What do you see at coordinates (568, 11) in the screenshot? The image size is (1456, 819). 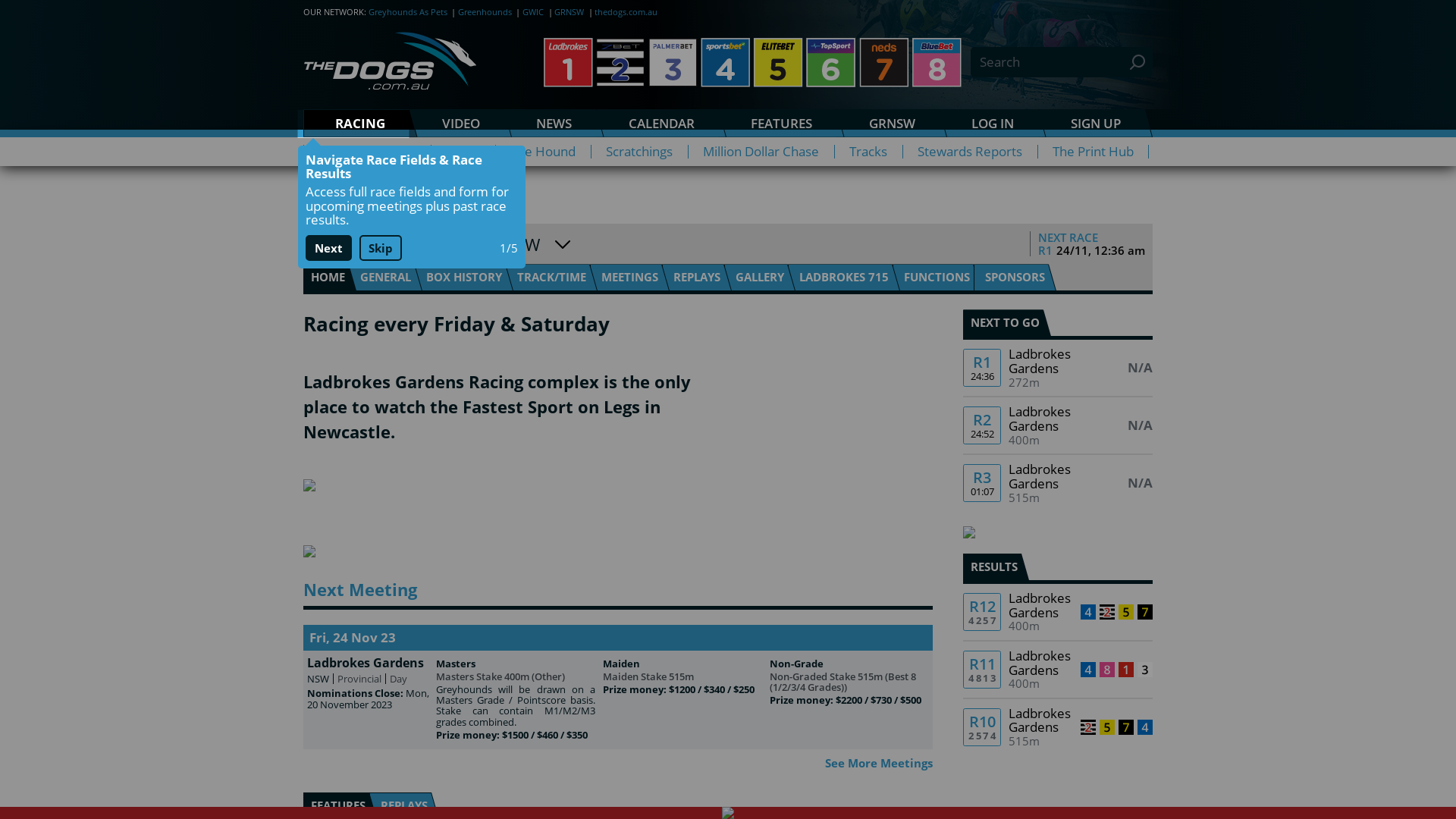 I see `'GRNSW'` at bounding box center [568, 11].